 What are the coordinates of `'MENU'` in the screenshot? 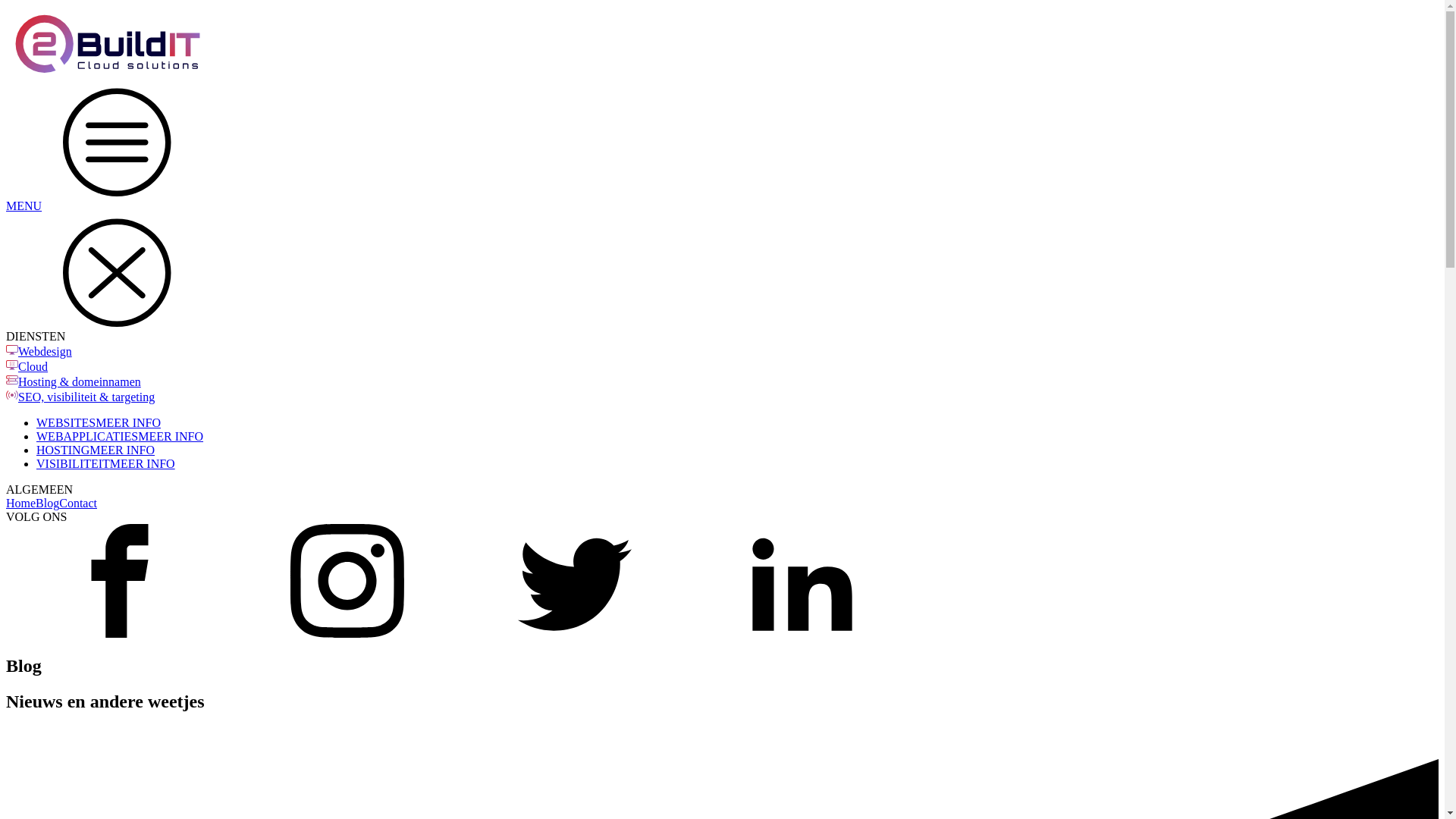 It's located at (6, 148).